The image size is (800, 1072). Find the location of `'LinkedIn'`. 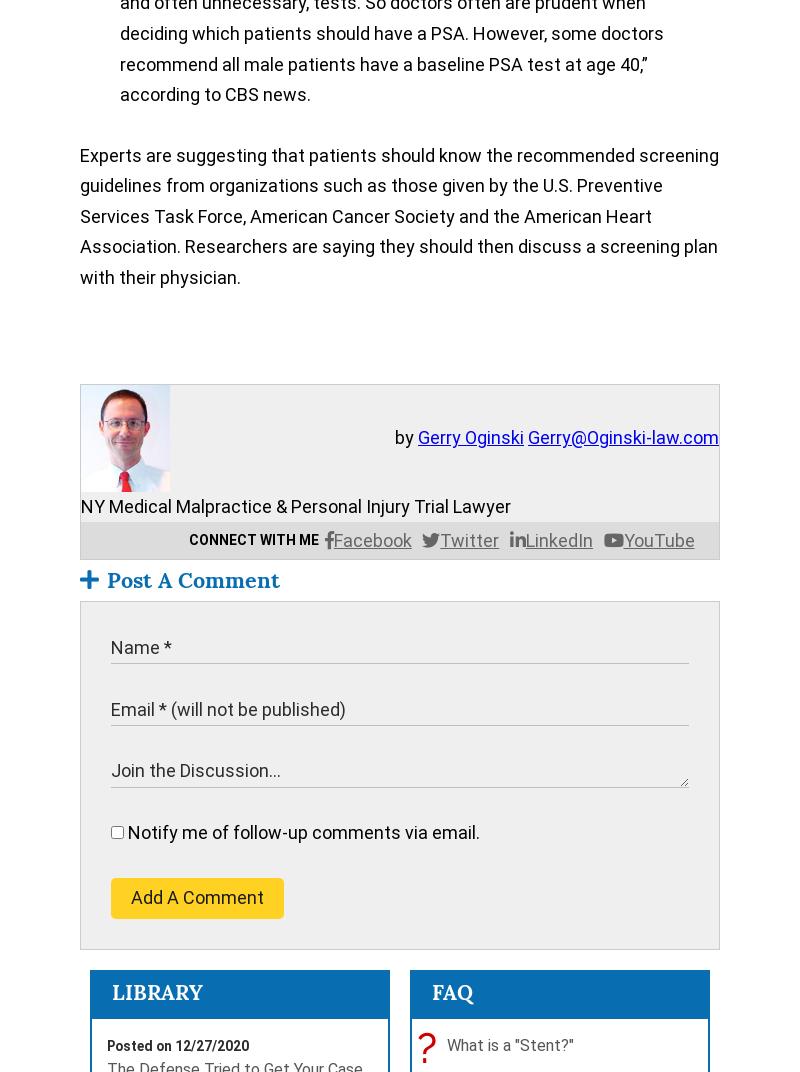

'LinkedIn' is located at coordinates (558, 539).